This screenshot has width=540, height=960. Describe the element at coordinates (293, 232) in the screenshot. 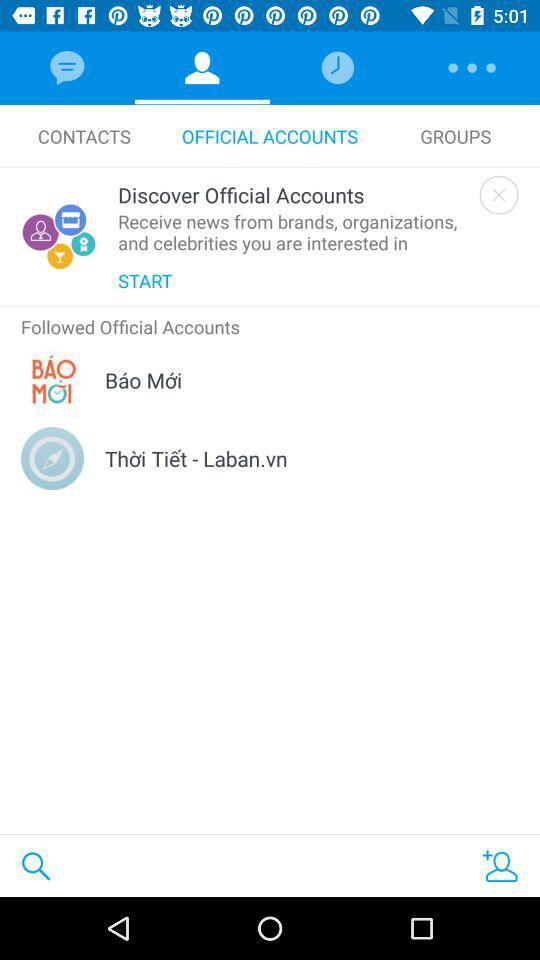

I see `item above the start item` at that location.